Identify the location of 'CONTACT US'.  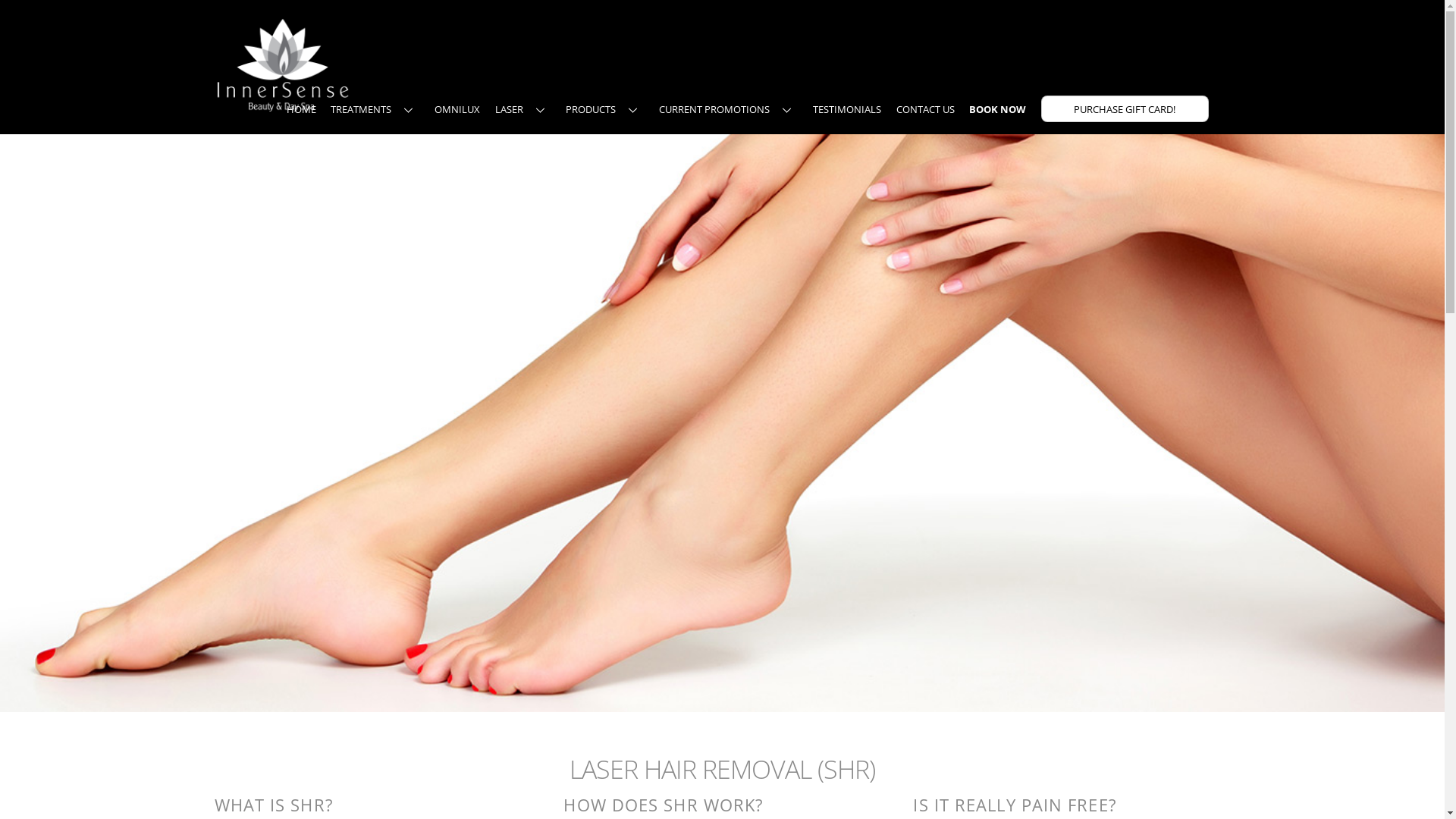
(890, 108).